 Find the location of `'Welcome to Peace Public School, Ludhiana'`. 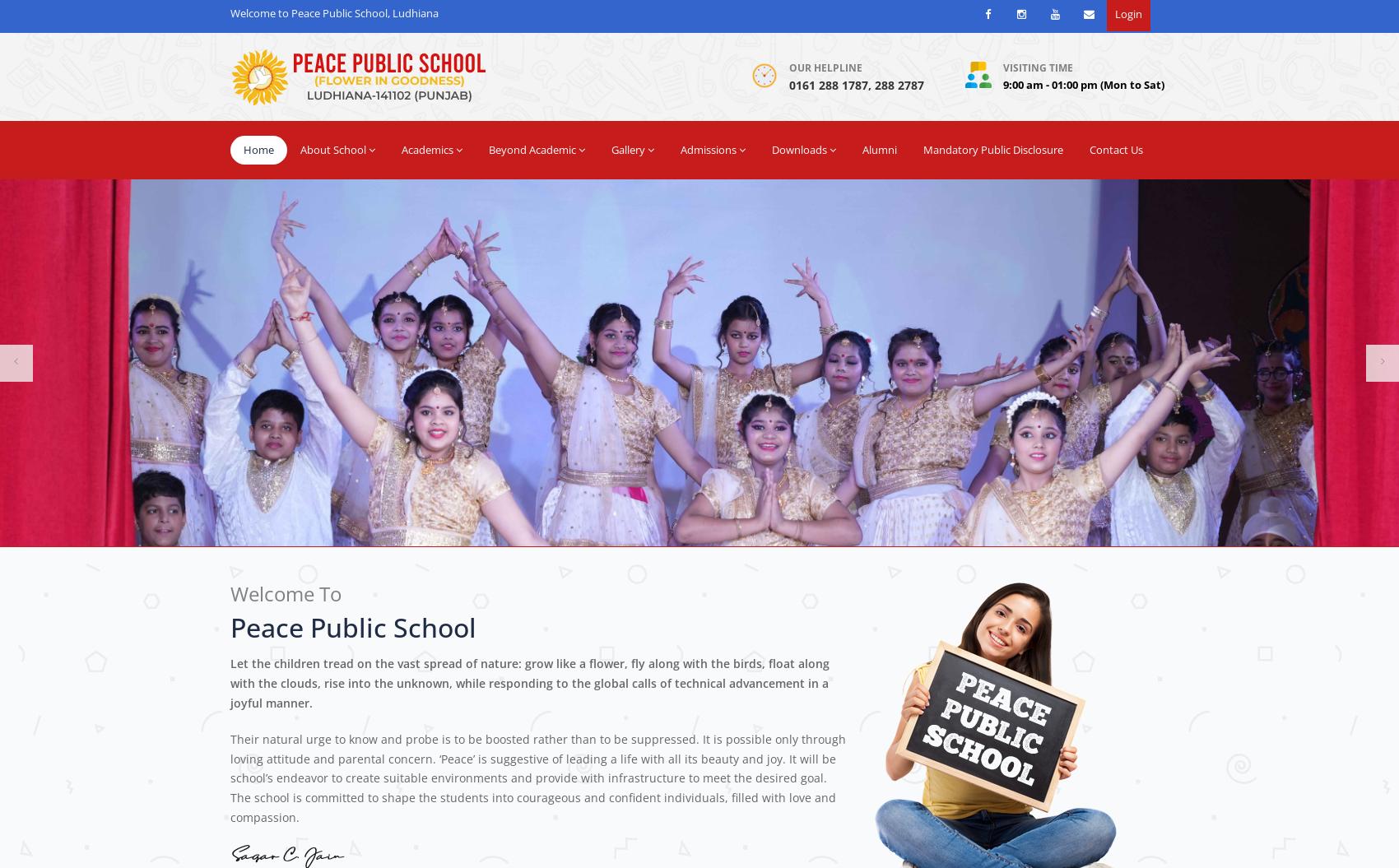

'Welcome to Peace Public School, Ludhiana' is located at coordinates (230, 13).